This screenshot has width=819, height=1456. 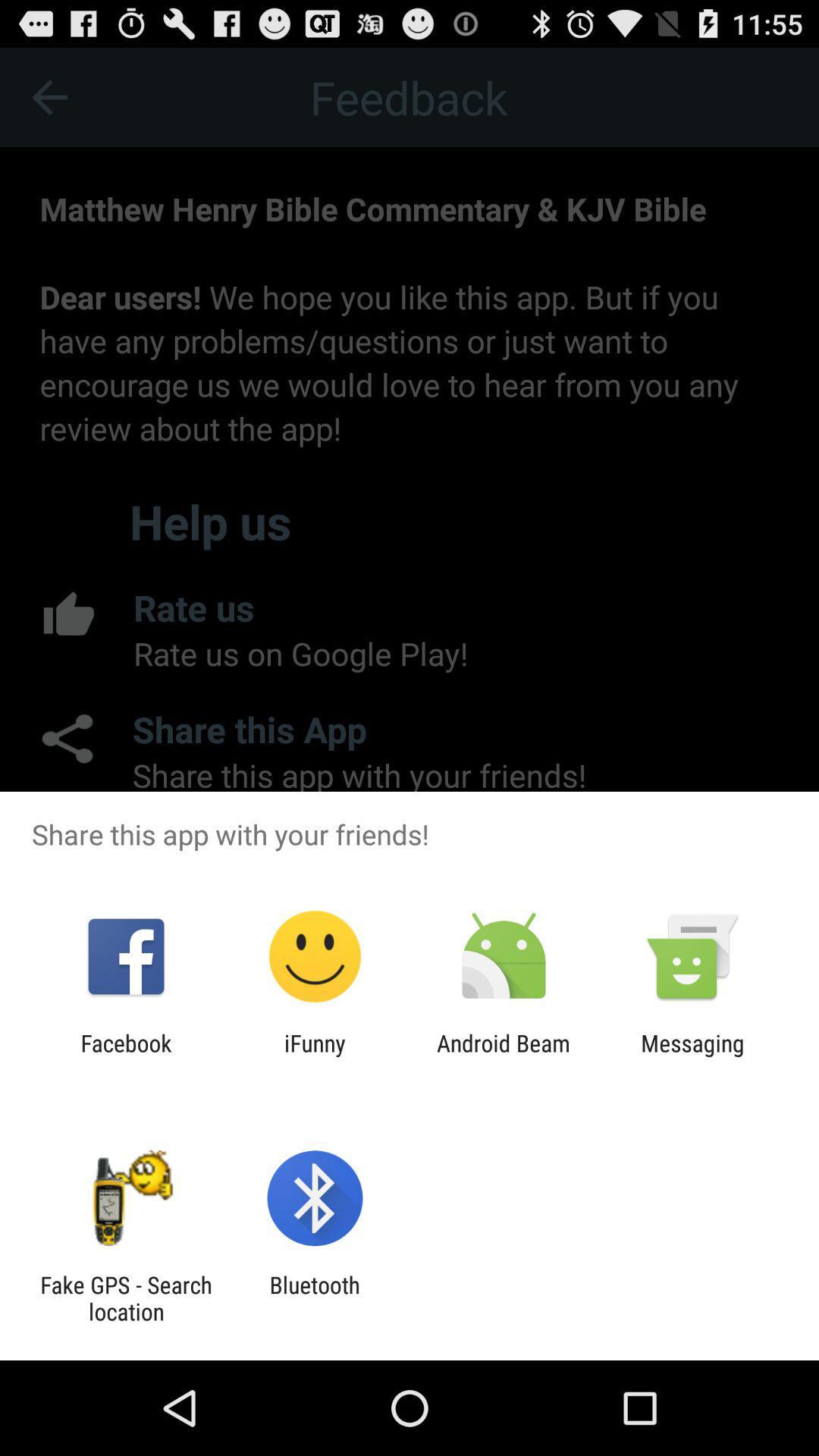 What do you see at coordinates (314, 1056) in the screenshot?
I see `ifunny` at bounding box center [314, 1056].